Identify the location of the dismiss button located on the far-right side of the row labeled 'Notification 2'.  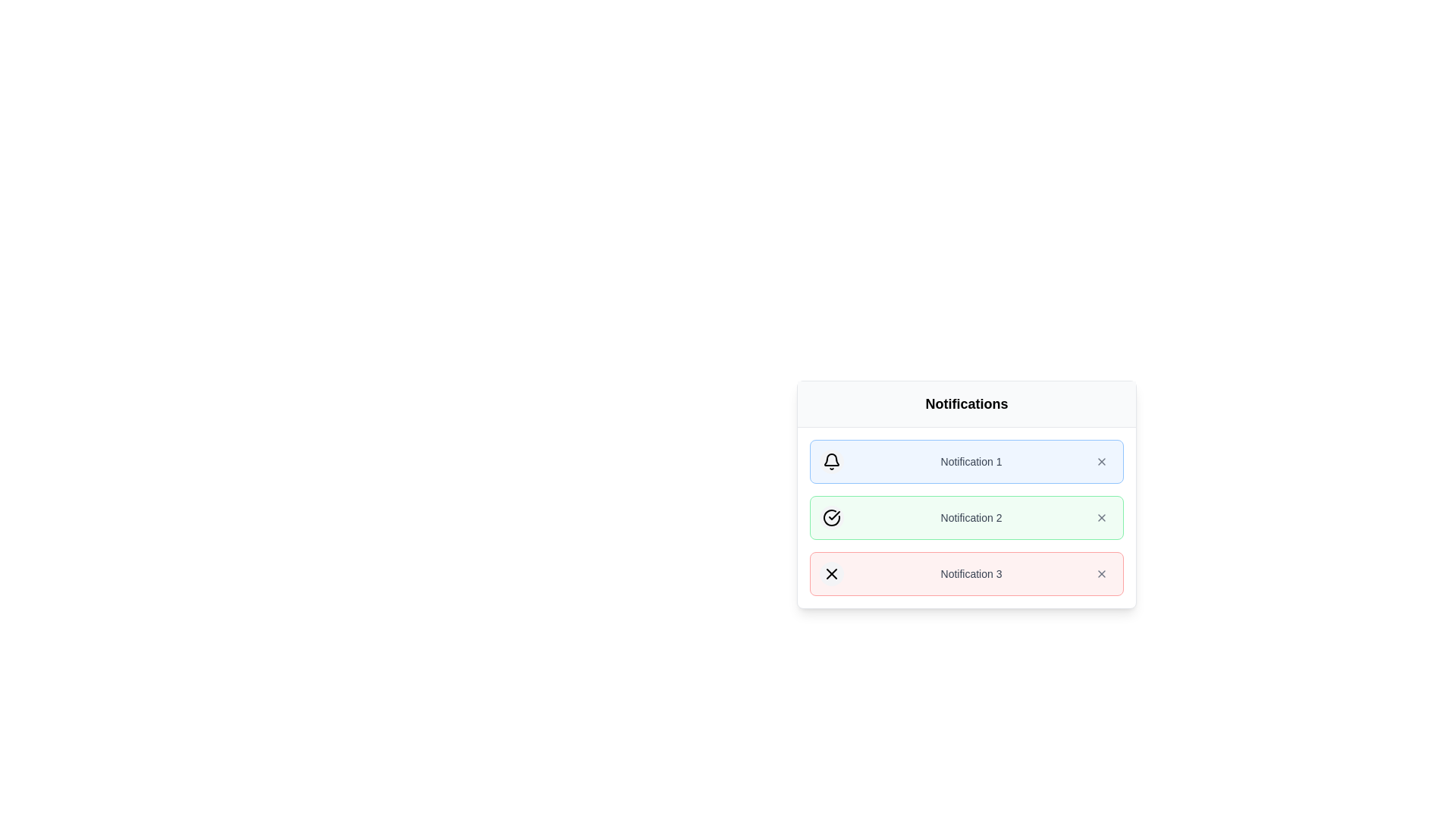
(1102, 516).